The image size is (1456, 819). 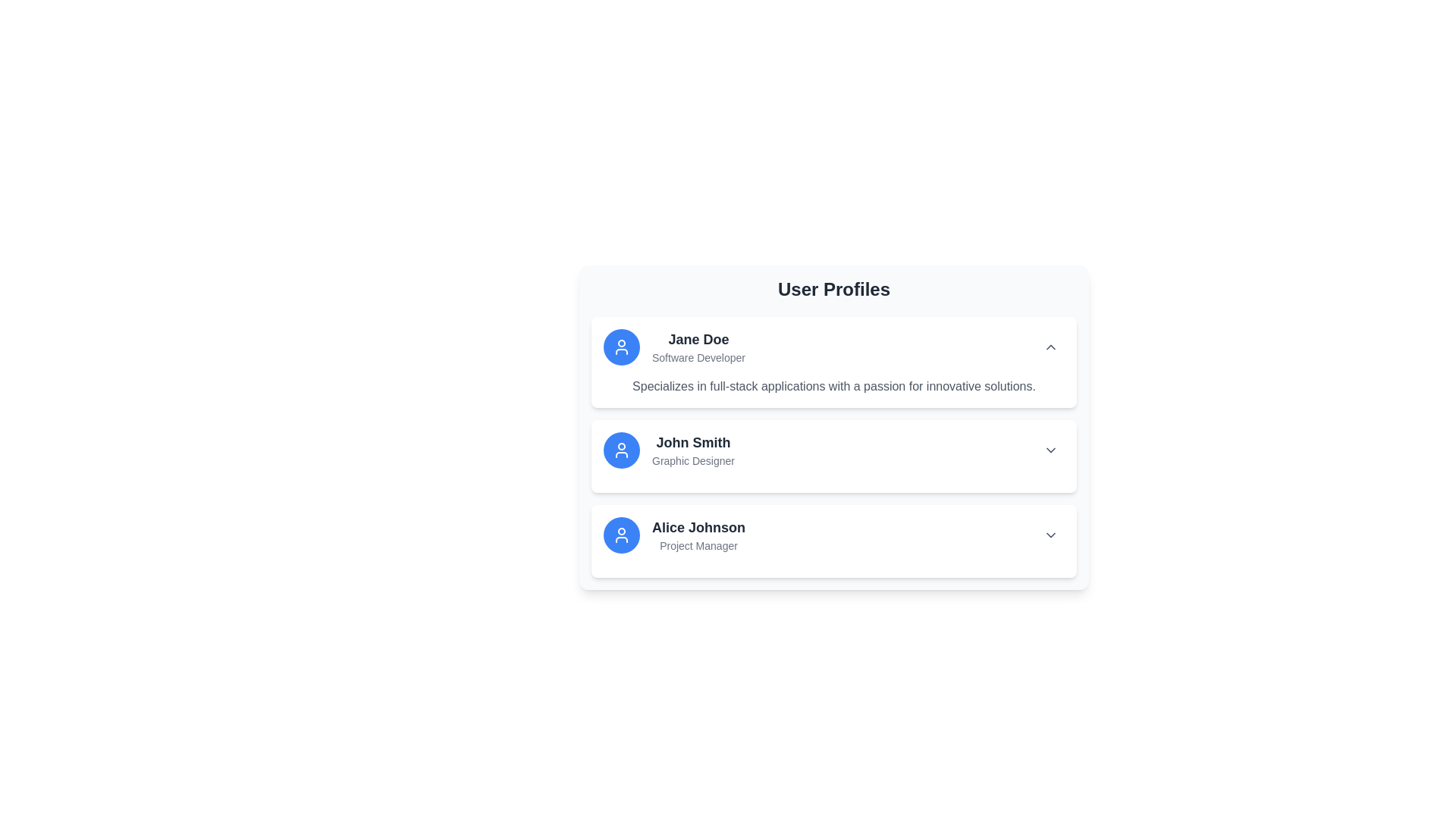 I want to click on the Avatar Icon, which is a circular icon with a blue background and white user silhouette, located to the left of the 'John Smith' profile section in the 'User Profiles' panel, so click(x=622, y=450).